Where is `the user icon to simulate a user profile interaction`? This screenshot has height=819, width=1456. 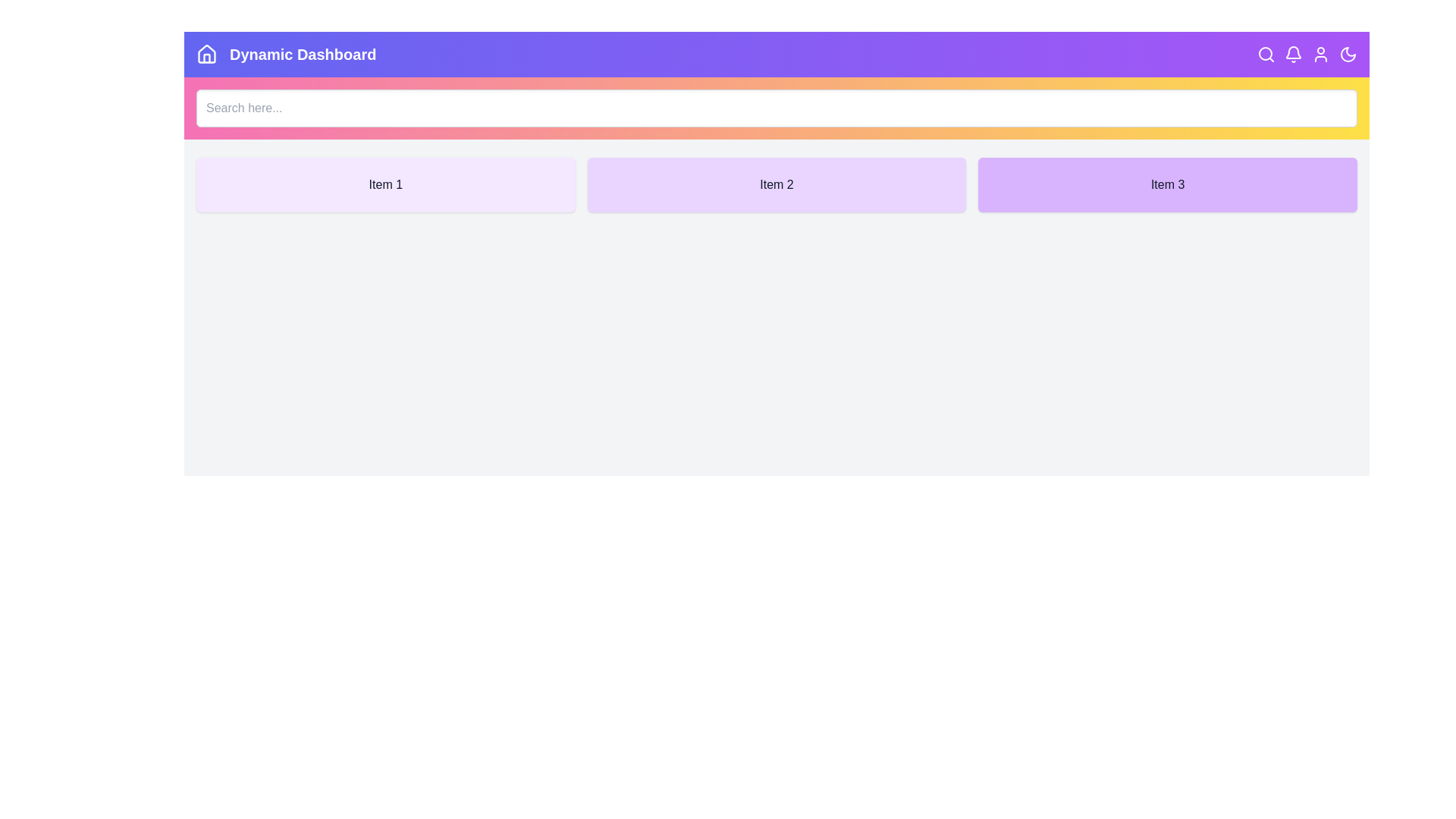 the user icon to simulate a user profile interaction is located at coordinates (1320, 54).